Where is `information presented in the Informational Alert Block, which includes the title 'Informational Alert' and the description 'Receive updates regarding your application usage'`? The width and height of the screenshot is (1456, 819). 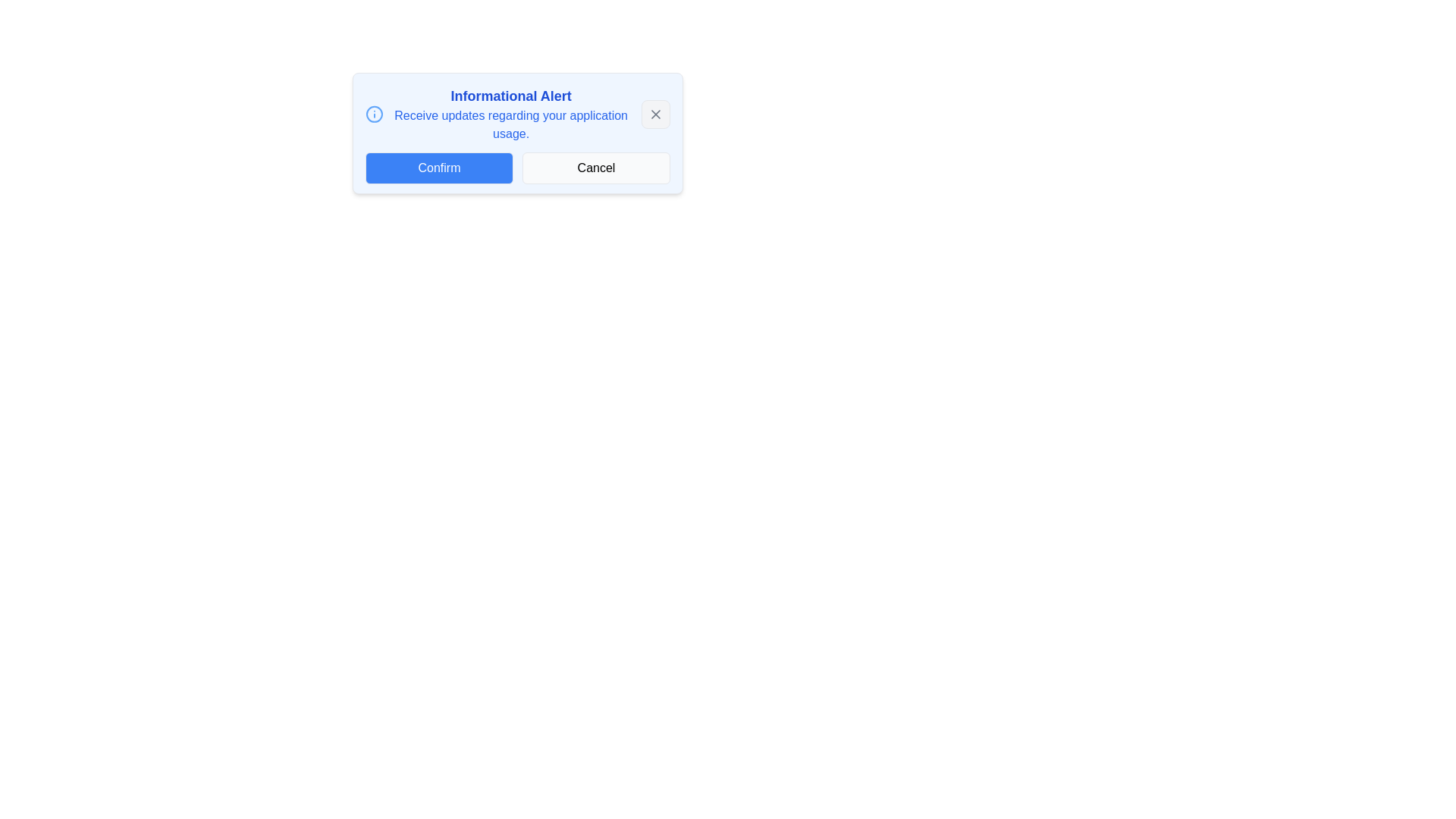
information presented in the Informational Alert Block, which includes the title 'Informational Alert' and the description 'Receive updates regarding your application usage' is located at coordinates (497, 113).